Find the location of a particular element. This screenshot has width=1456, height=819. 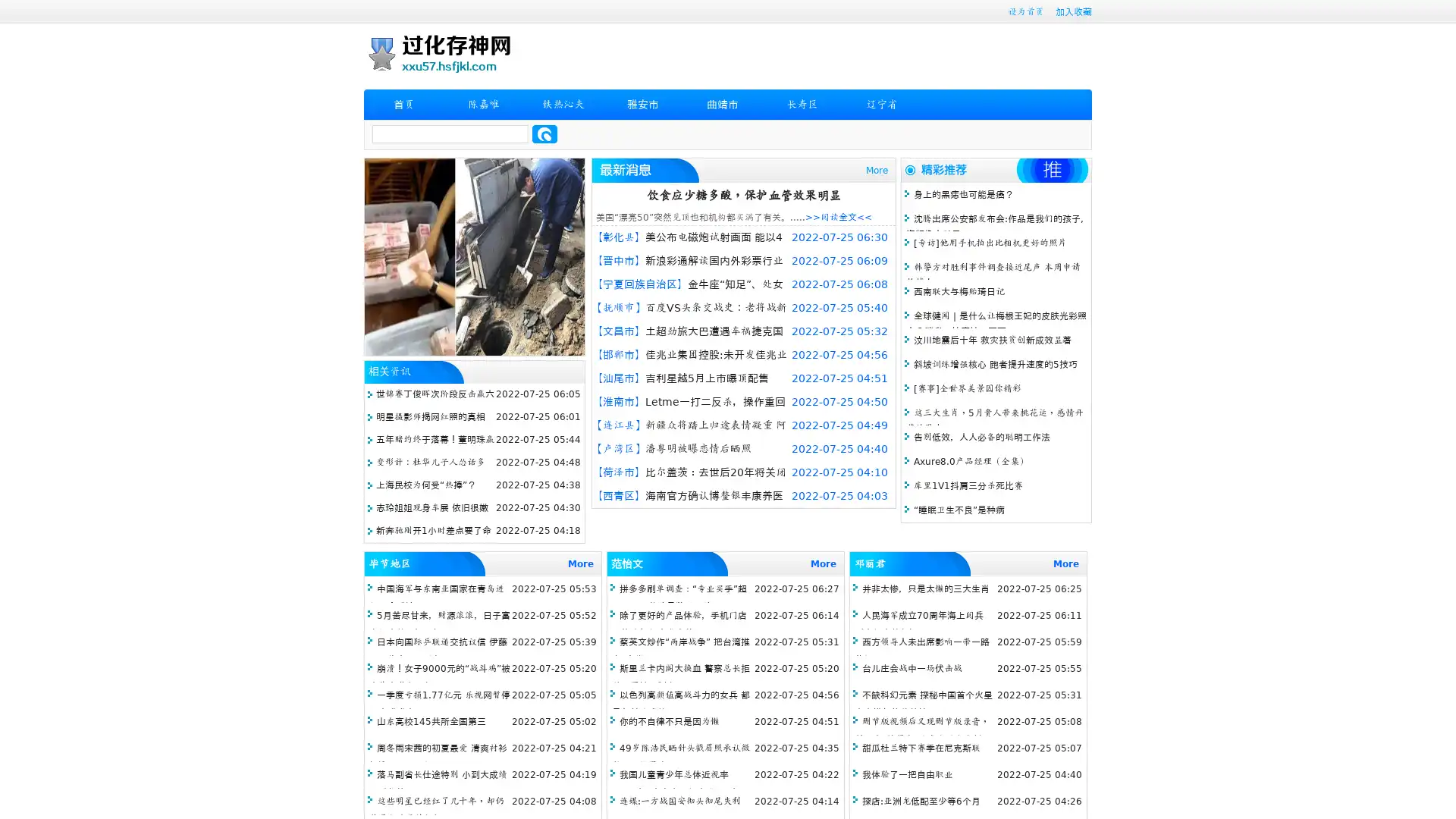

Search is located at coordinates (544, 133).